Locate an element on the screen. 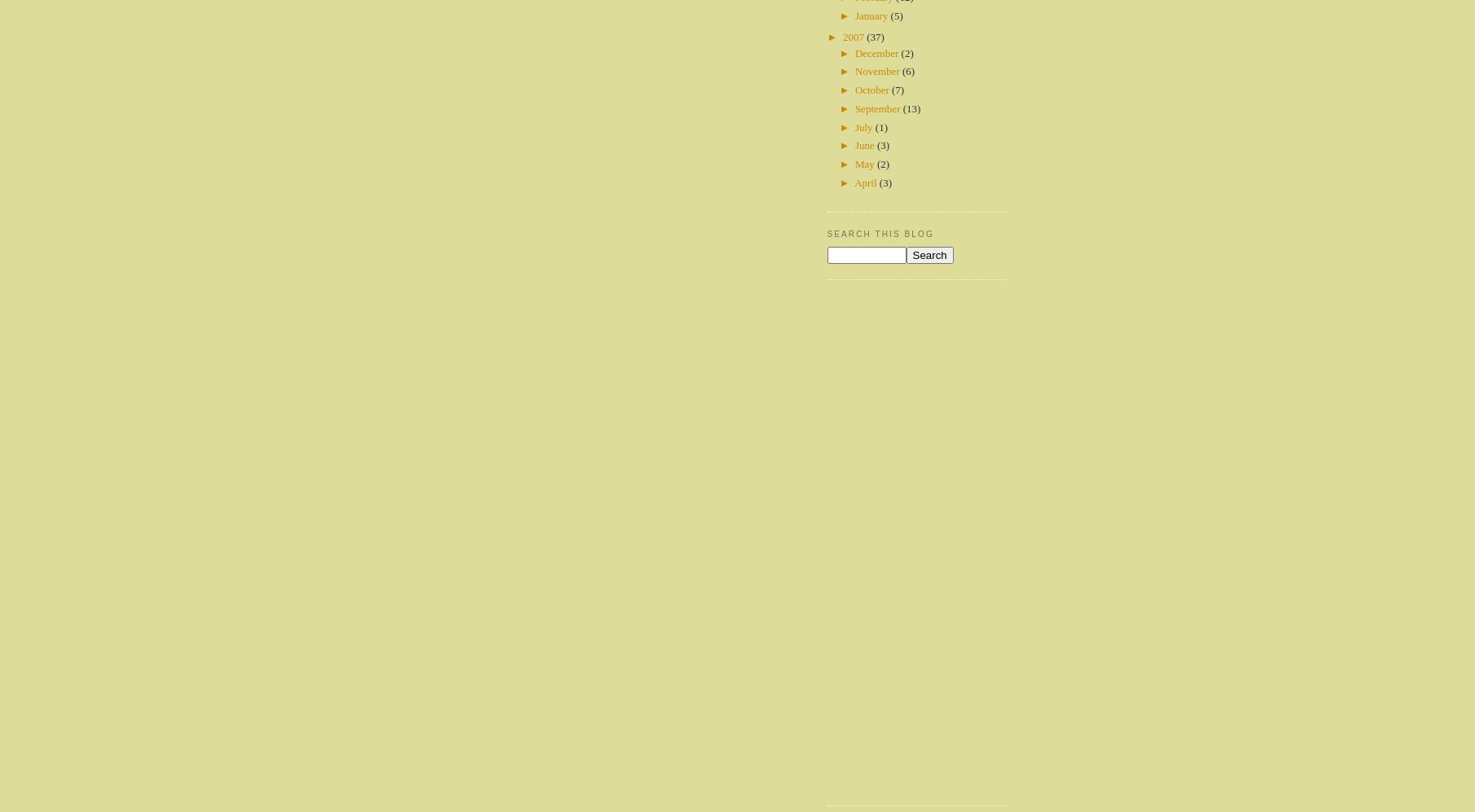 Image resolution: width=1475 pixels, height=812 pixels. '(7)' is located at coordinates (898, 90).